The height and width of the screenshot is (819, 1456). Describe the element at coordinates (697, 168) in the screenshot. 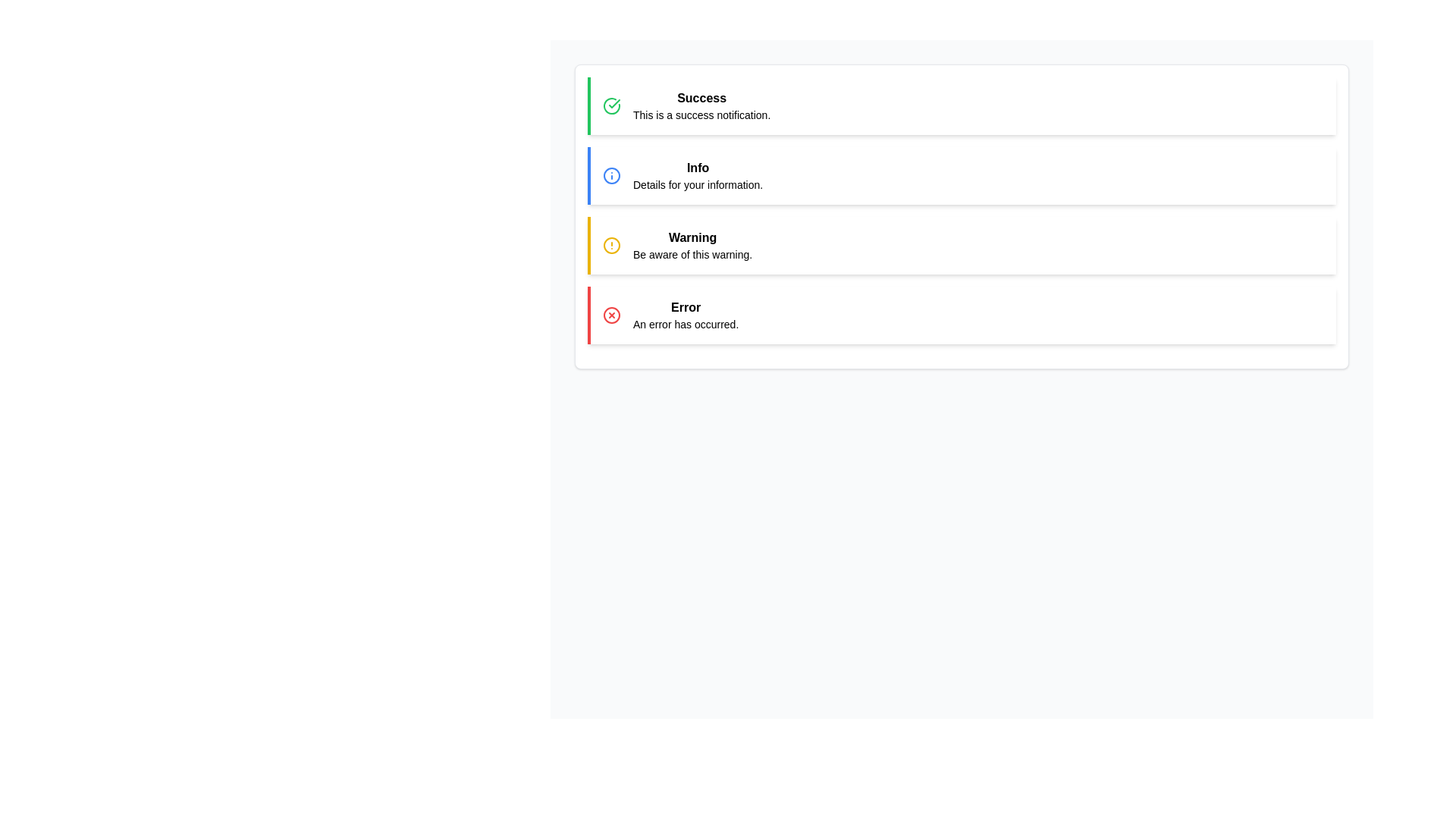

I see `the informational header text in the second notification box, which identifies the type of notification for the user` at that location.